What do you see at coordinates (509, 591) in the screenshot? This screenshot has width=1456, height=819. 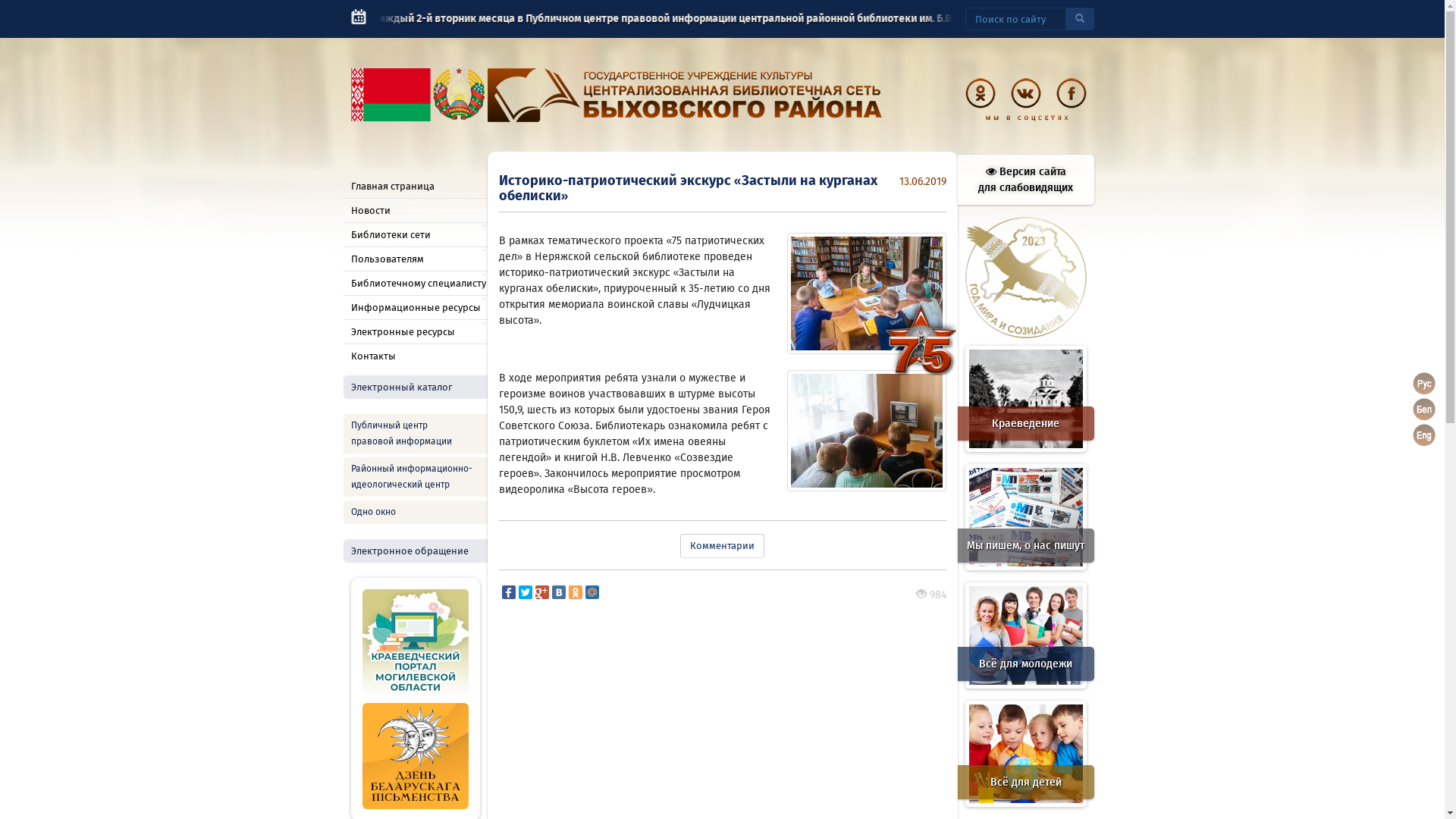 I see `'Facebook'` at bounding box center [509, 591].